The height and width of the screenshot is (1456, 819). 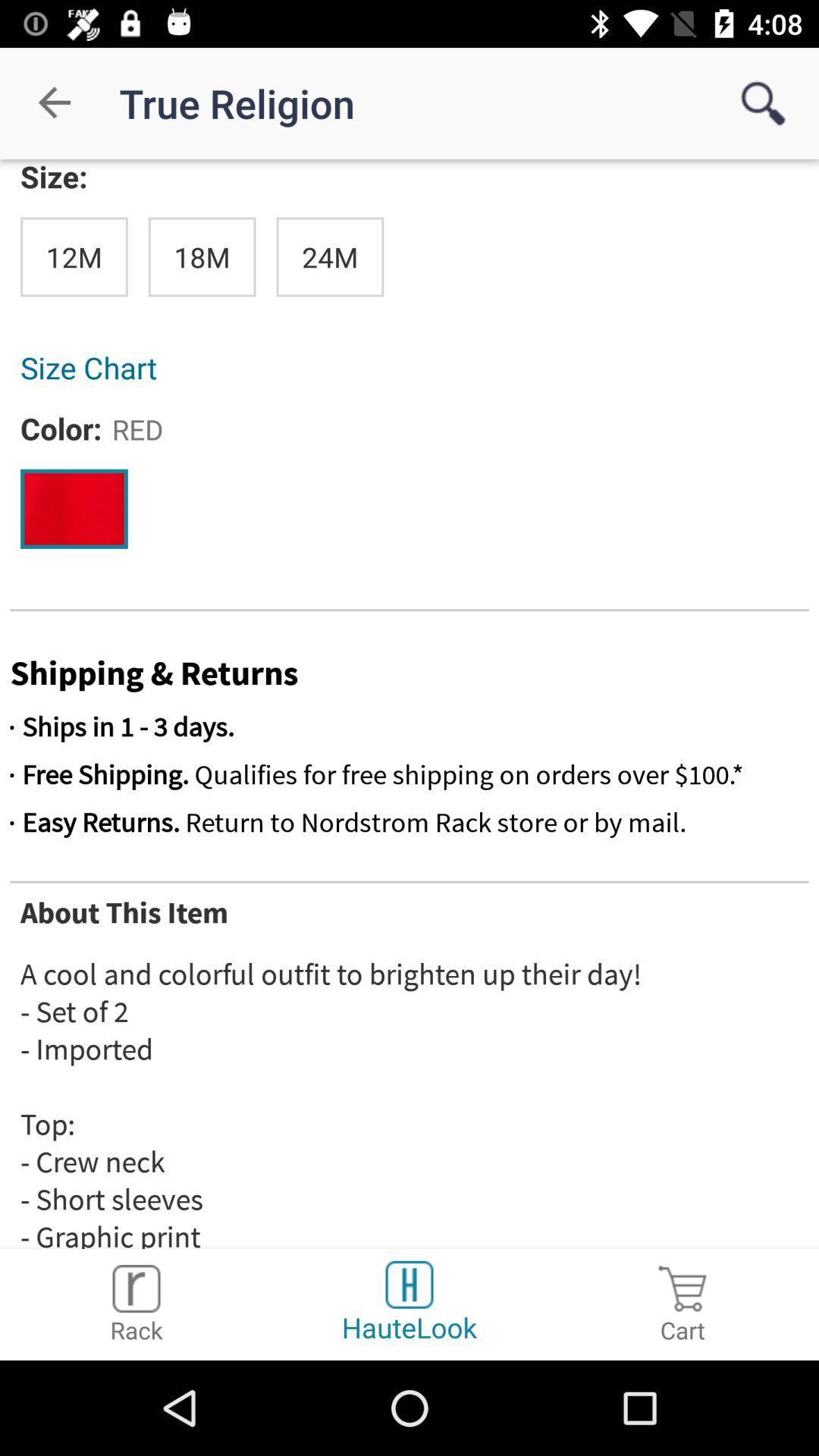 I want to click on the item above the size chart, so click(x=74, y=257).